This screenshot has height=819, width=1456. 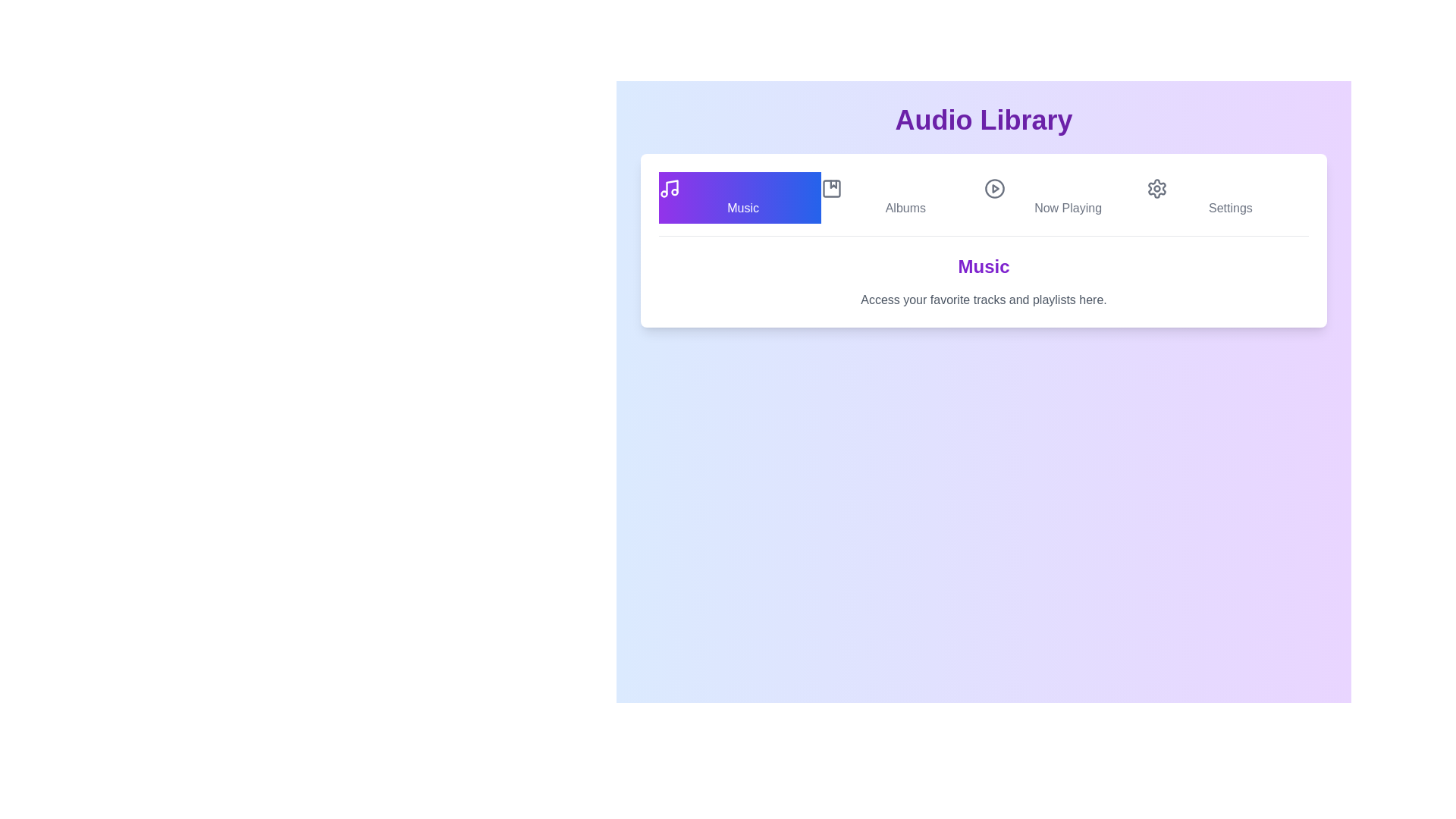 I want to click on the settings icon located, so click(x=1156, y=188).